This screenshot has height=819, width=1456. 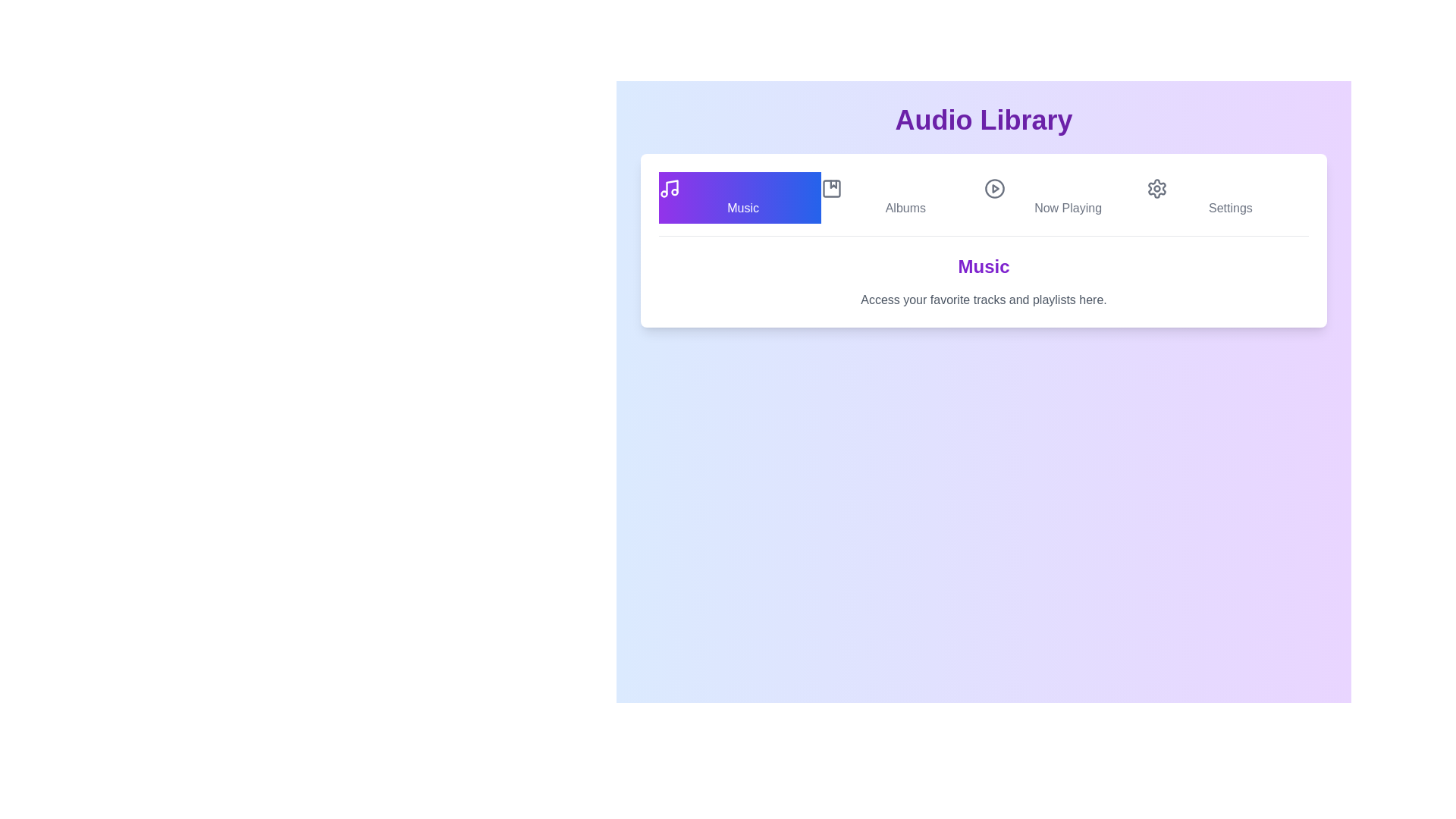 I want to click on the settings icon located, so click(x=1156, y=188).